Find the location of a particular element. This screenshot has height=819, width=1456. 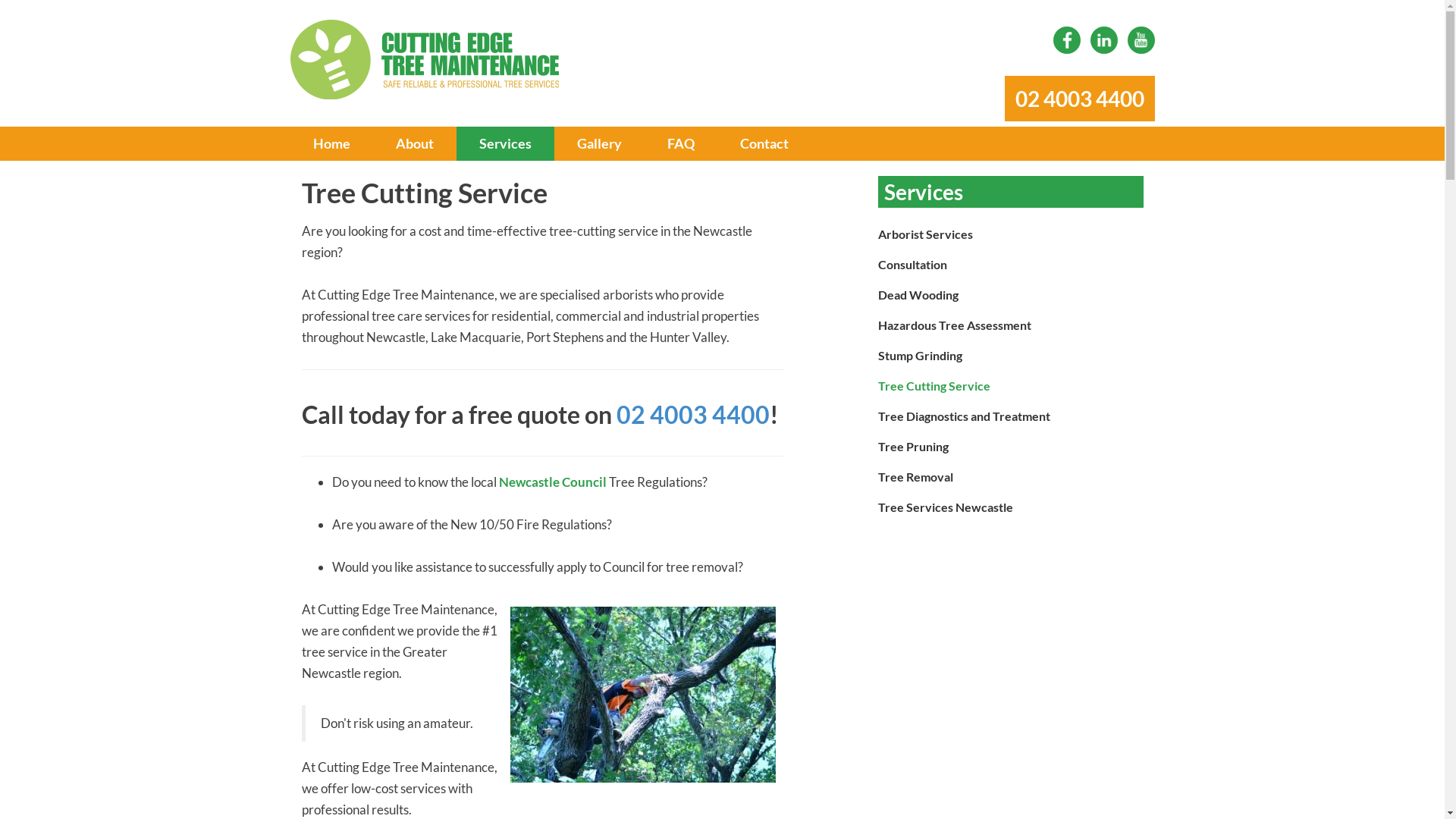

'YouTube' is located at coordinates (1127, 39).